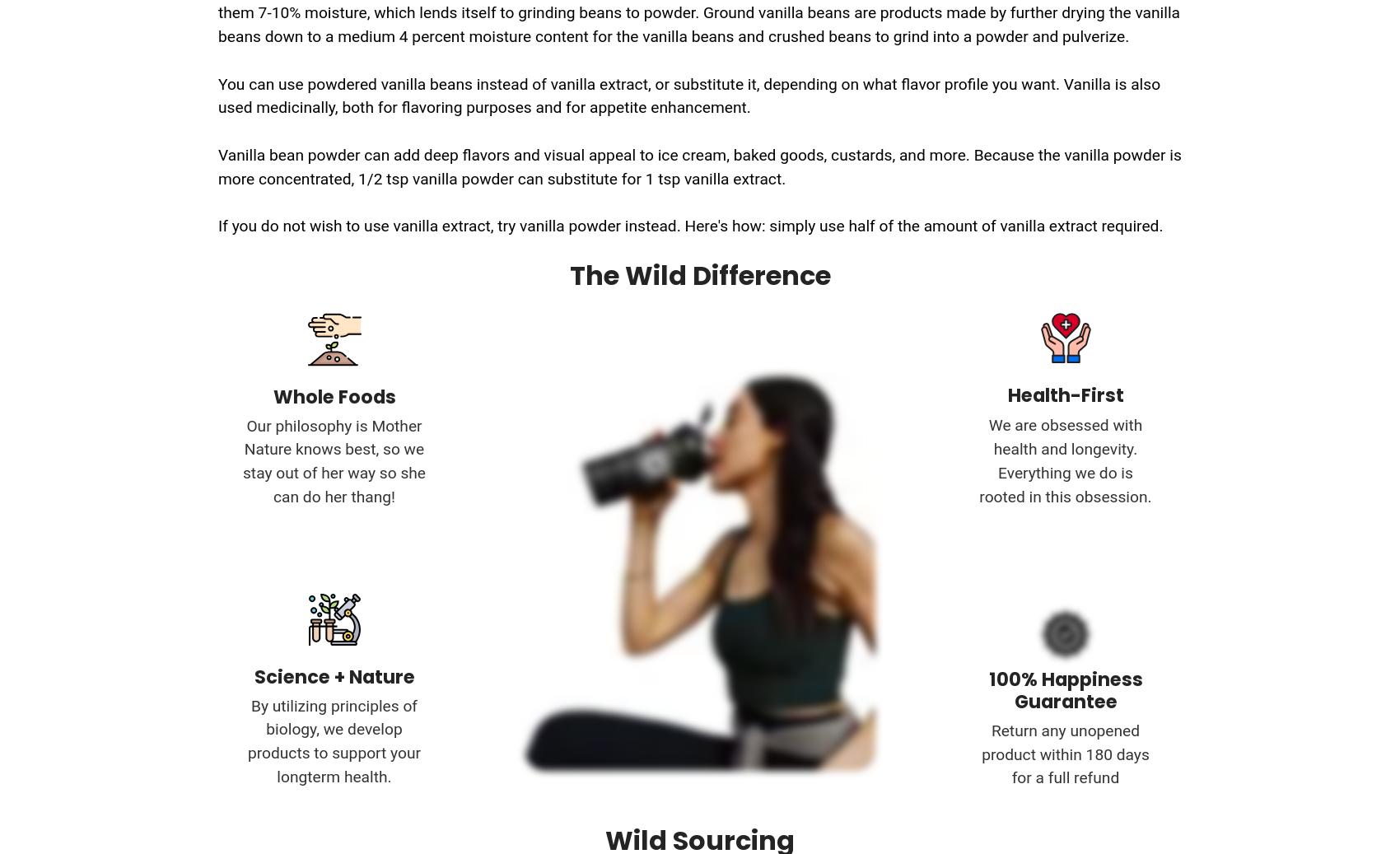 The image size is (1400, 854). I want to click on 'We are obsessed with health and longevity. Everything we do is rooted in this obsession.', so click(1065, 460).